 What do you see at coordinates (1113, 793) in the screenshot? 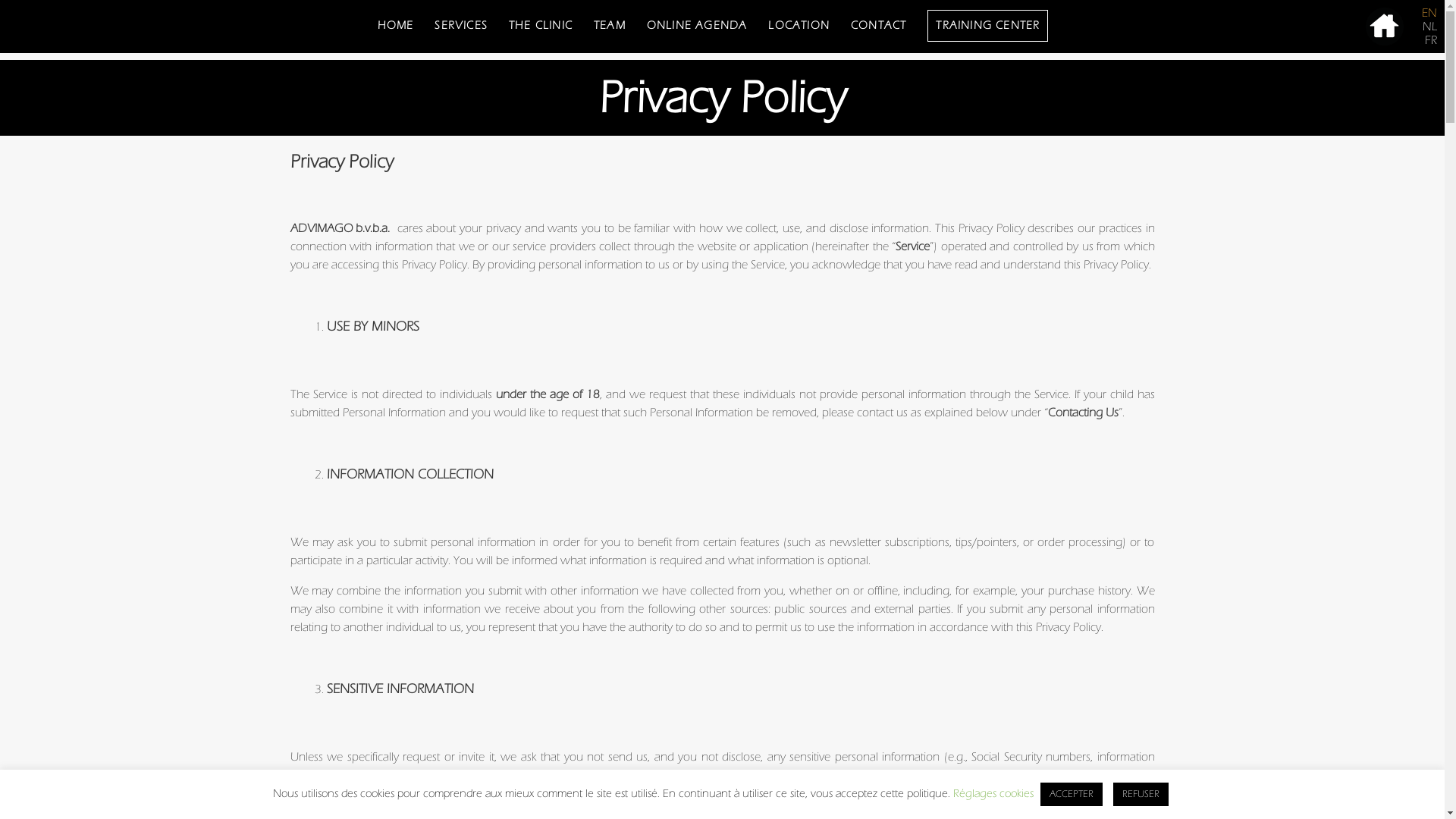
I see `'REFUSER'` at bounding box center [1113, 793].